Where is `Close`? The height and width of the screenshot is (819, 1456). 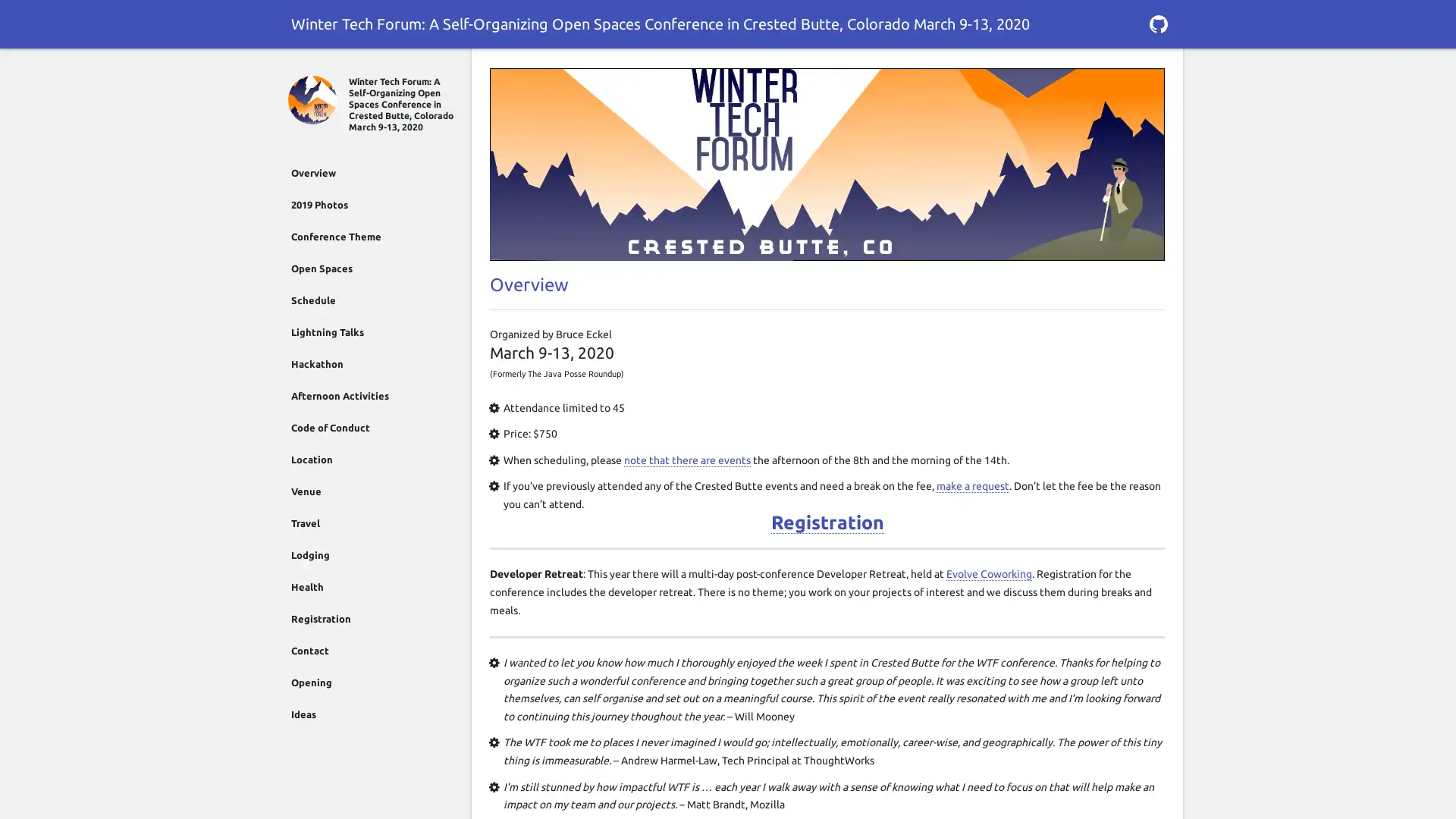
Close is located at coordinates (297, 66).